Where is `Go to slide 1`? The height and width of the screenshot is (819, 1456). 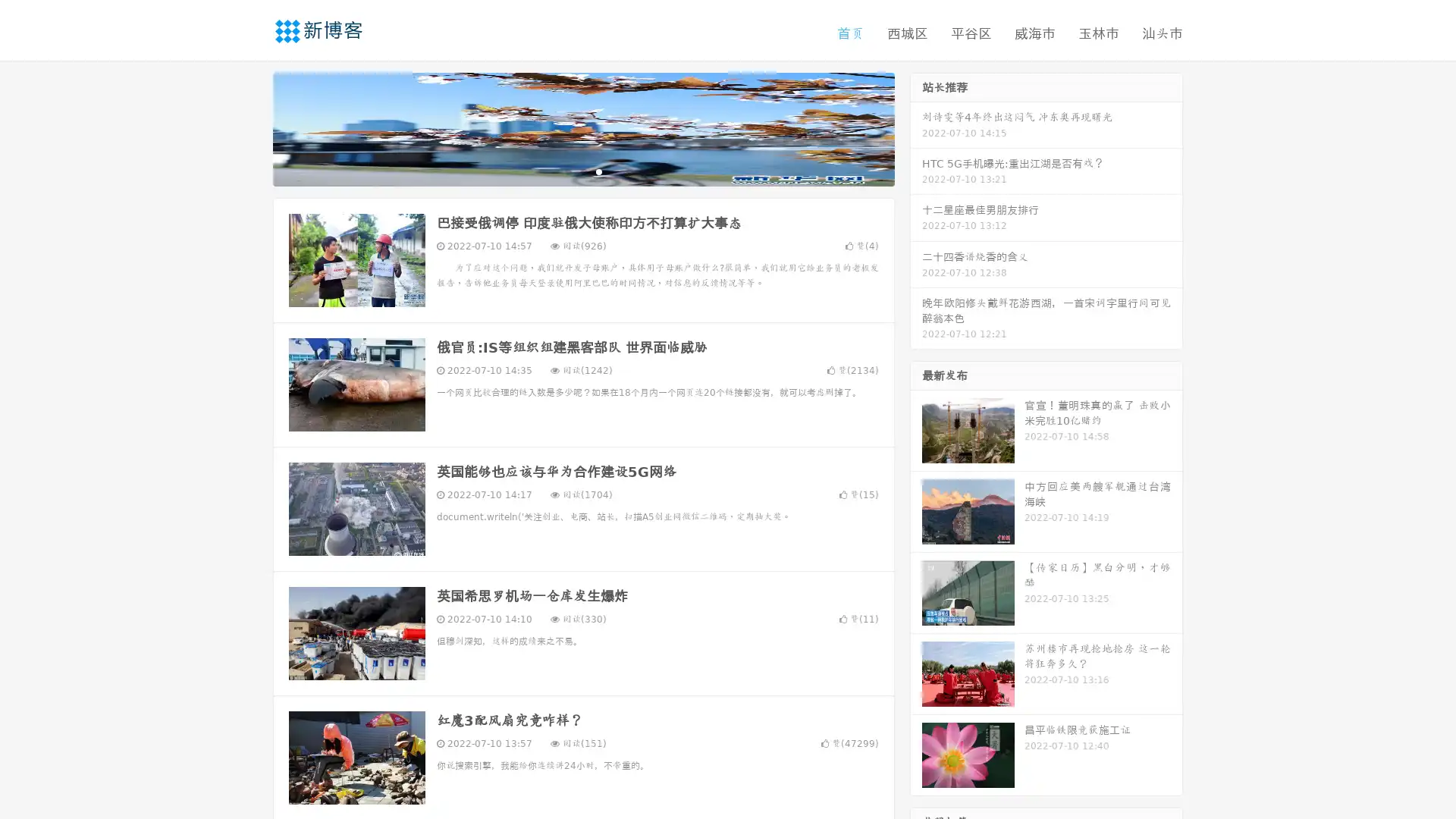 Go to slide 1 is located at coordinates (567, 171).